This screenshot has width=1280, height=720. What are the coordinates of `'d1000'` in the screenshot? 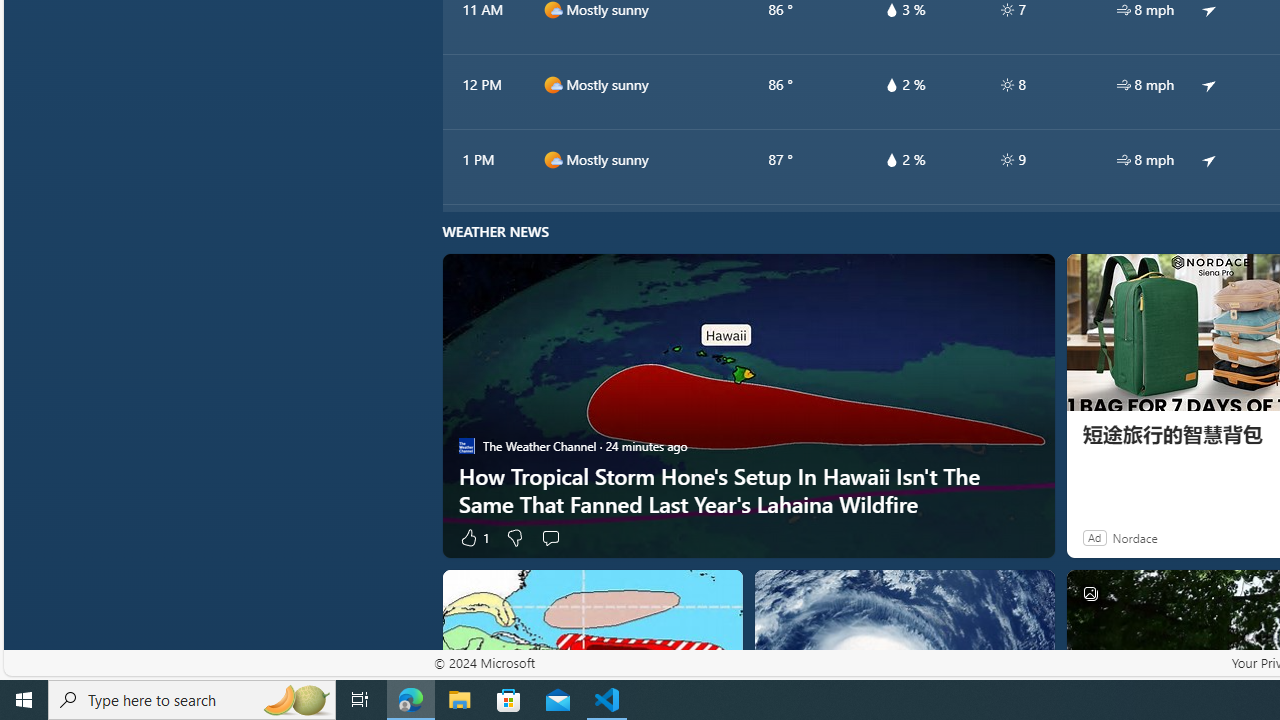 It's located at (552, 158).